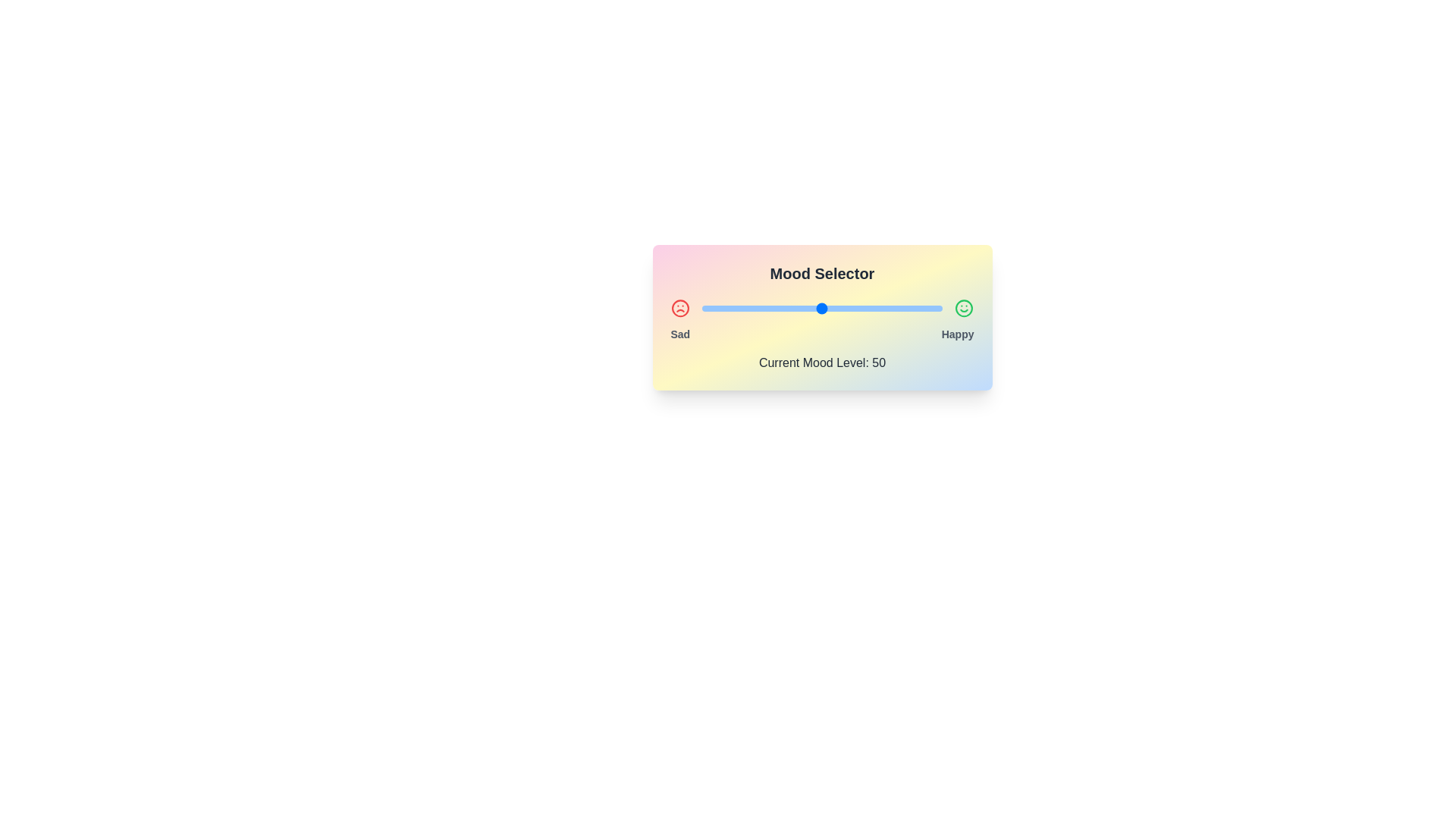  Describe the element at coordinates (855, 308) in the screenshot. I see `the mood level to 64 by interacting with the slider` at that location.